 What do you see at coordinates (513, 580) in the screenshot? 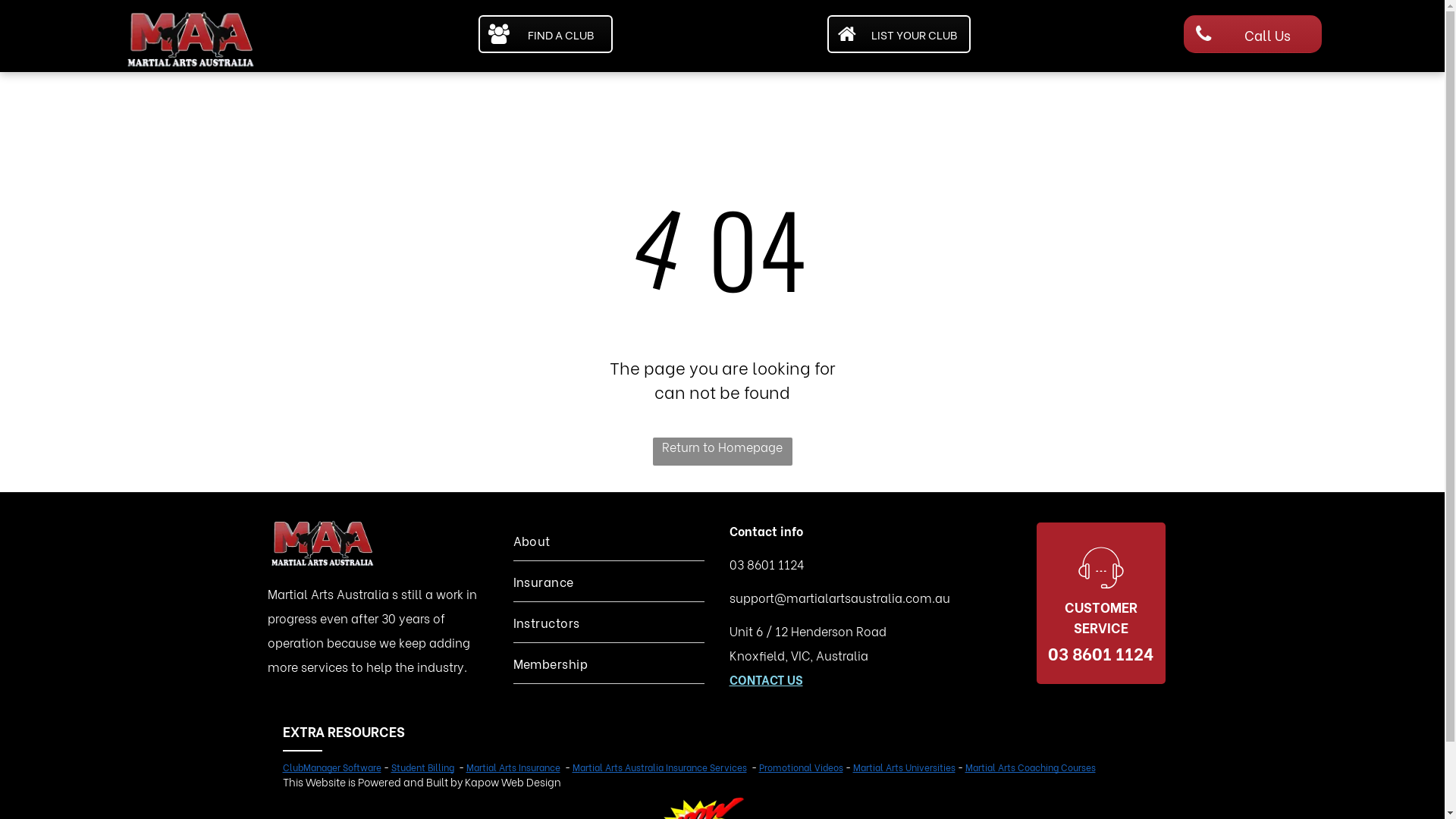
I see `'Insurance'` at bounding box center [513, 580].